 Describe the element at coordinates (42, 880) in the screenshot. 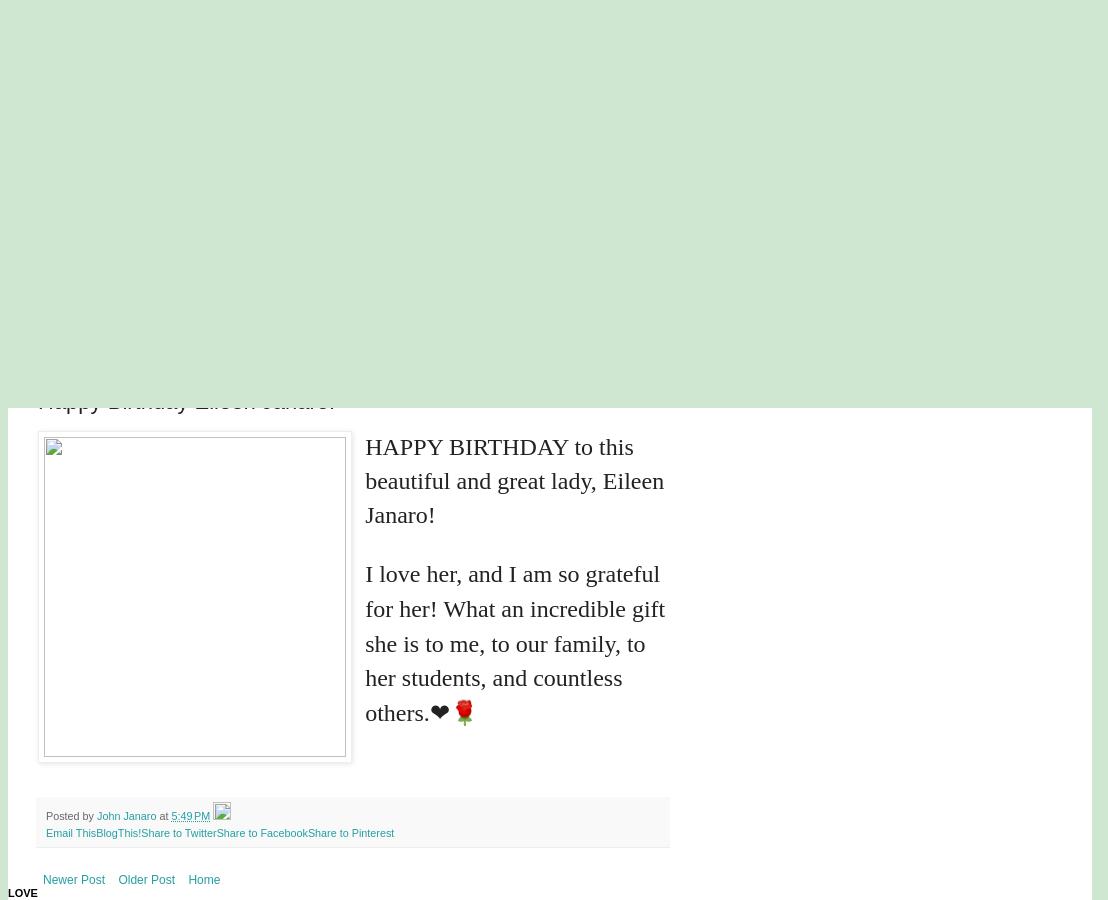

I see `'Newer Post'` at that location.